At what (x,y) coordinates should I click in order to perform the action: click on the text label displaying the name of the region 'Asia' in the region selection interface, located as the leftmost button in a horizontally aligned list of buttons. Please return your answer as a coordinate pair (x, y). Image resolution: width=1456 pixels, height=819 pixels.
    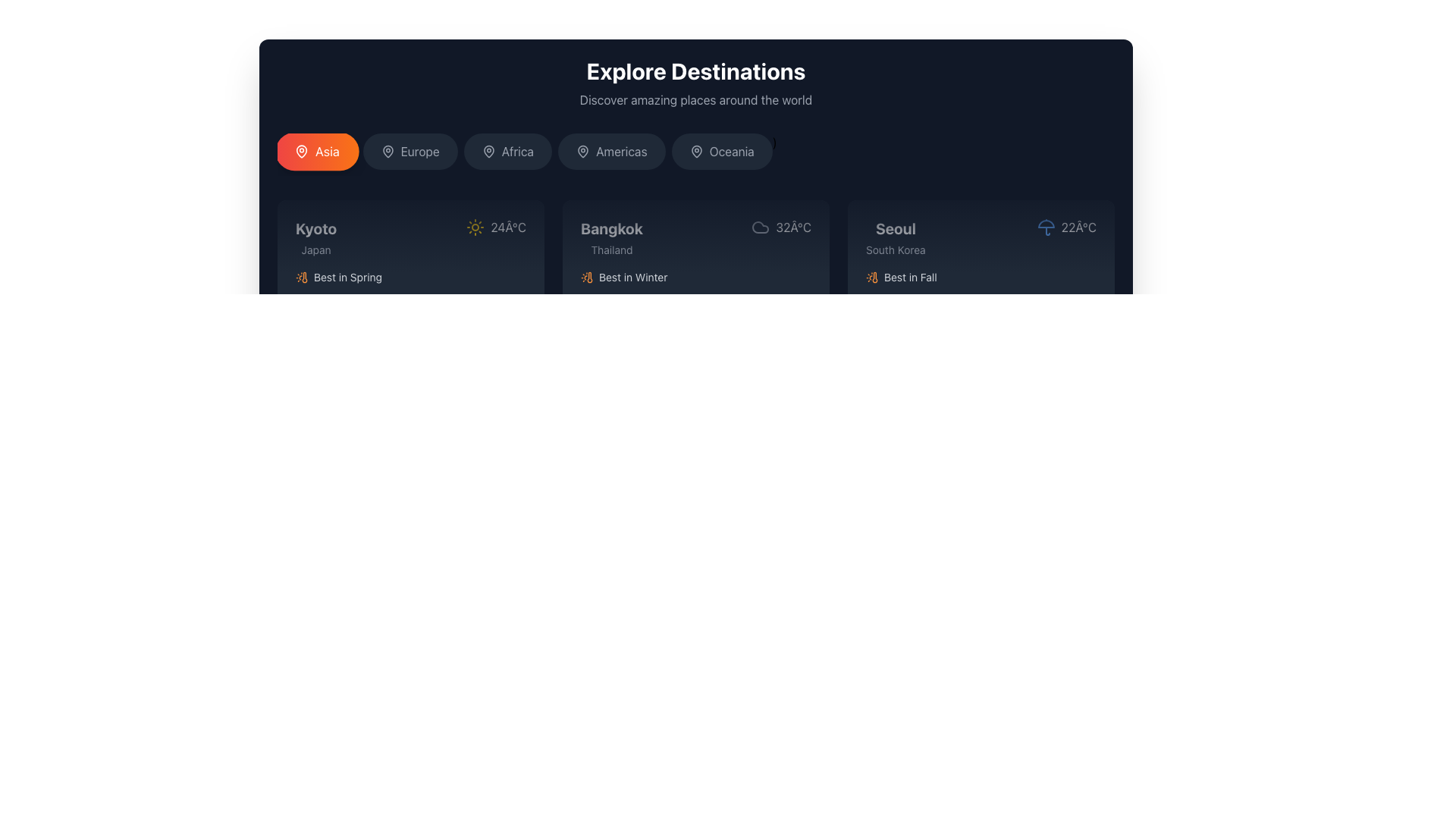
    Looking at the image, I should click on (327, 152).